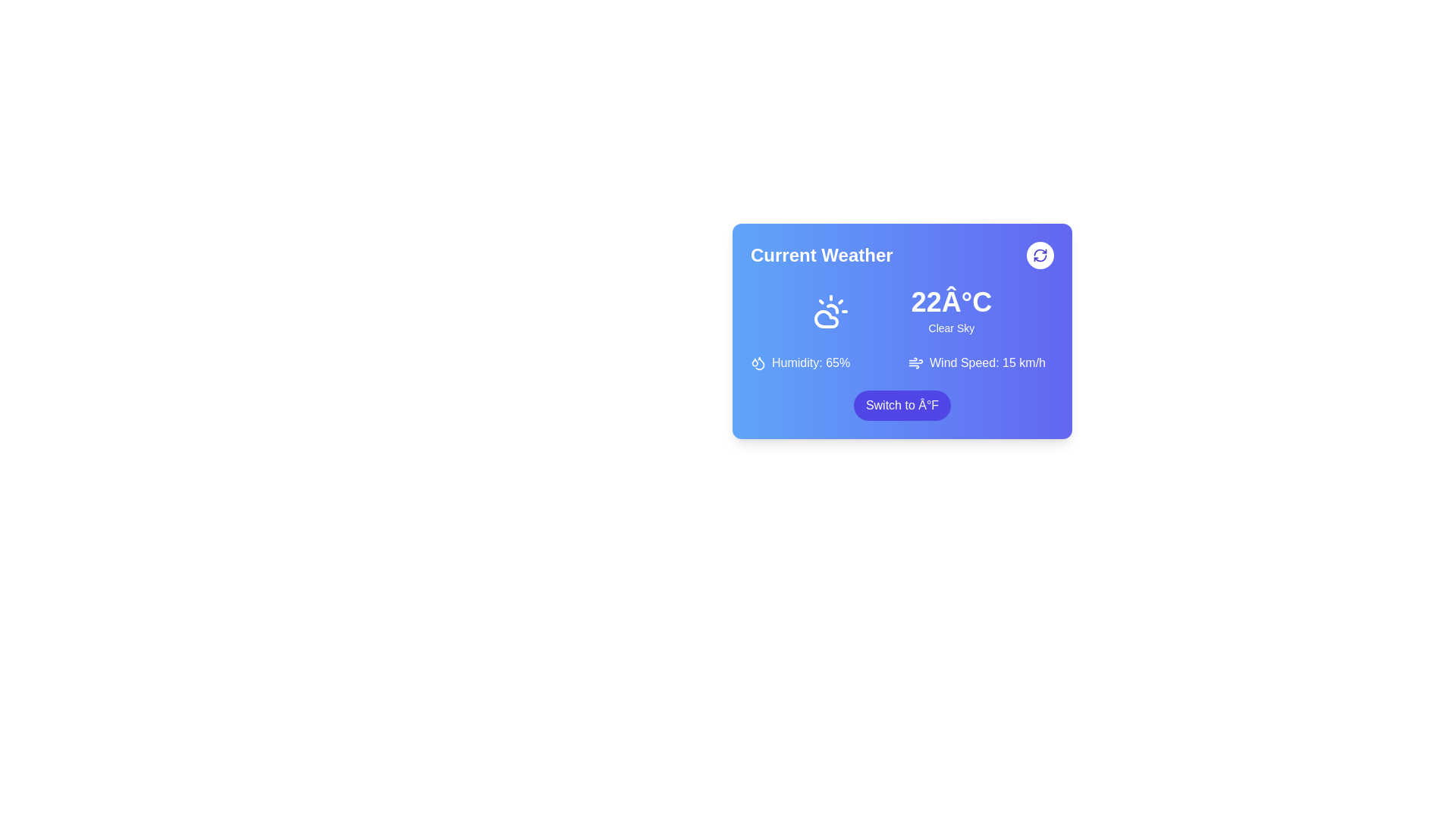  What do you see at coordinates (902, 405) in the screenshot?
I see `the rounded purple button labeled 'Switch to °F' to observe any hover effects` at bounding box center [902, 405].